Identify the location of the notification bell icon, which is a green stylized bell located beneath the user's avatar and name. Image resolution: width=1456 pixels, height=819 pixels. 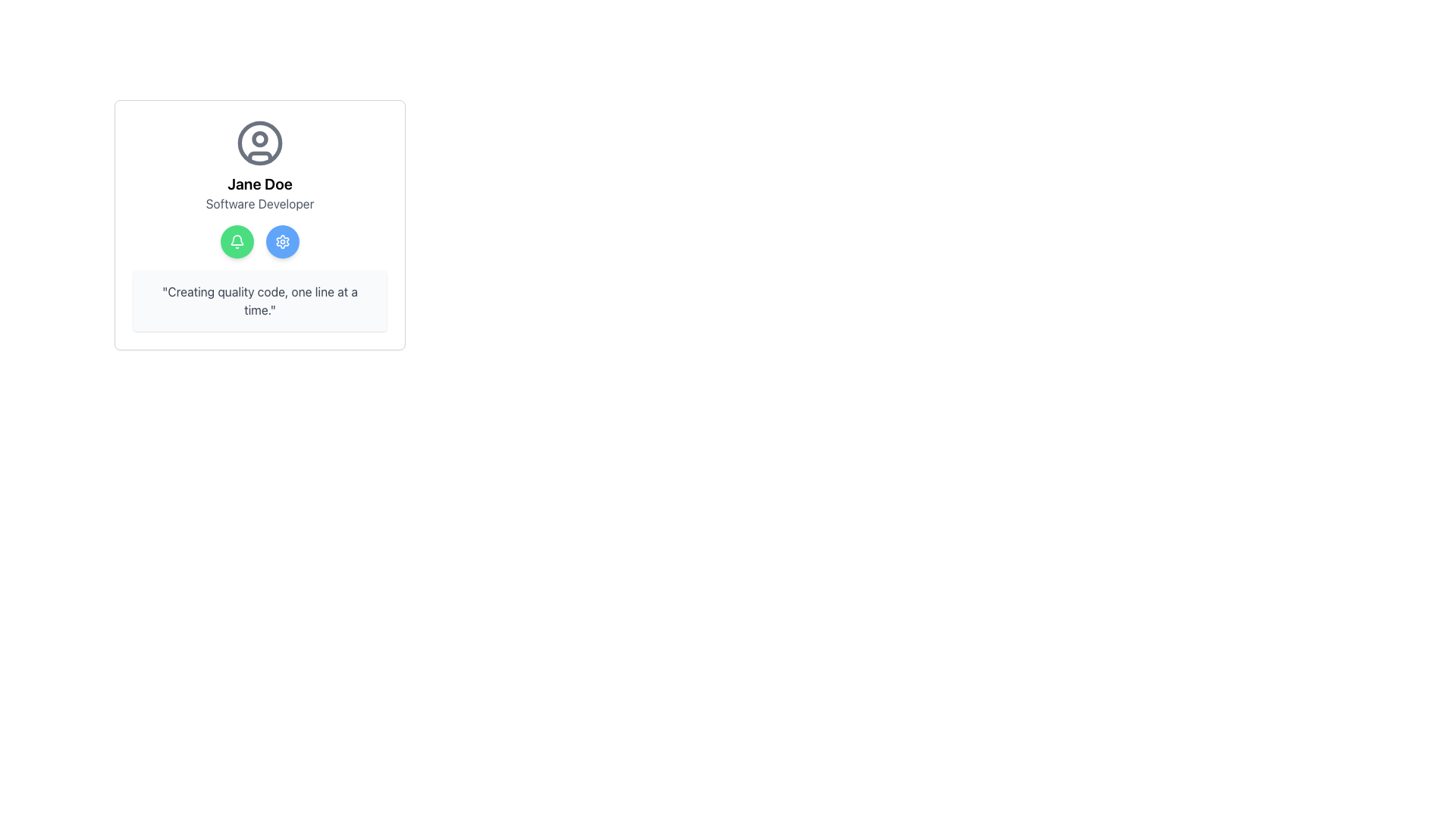
(236, 239).